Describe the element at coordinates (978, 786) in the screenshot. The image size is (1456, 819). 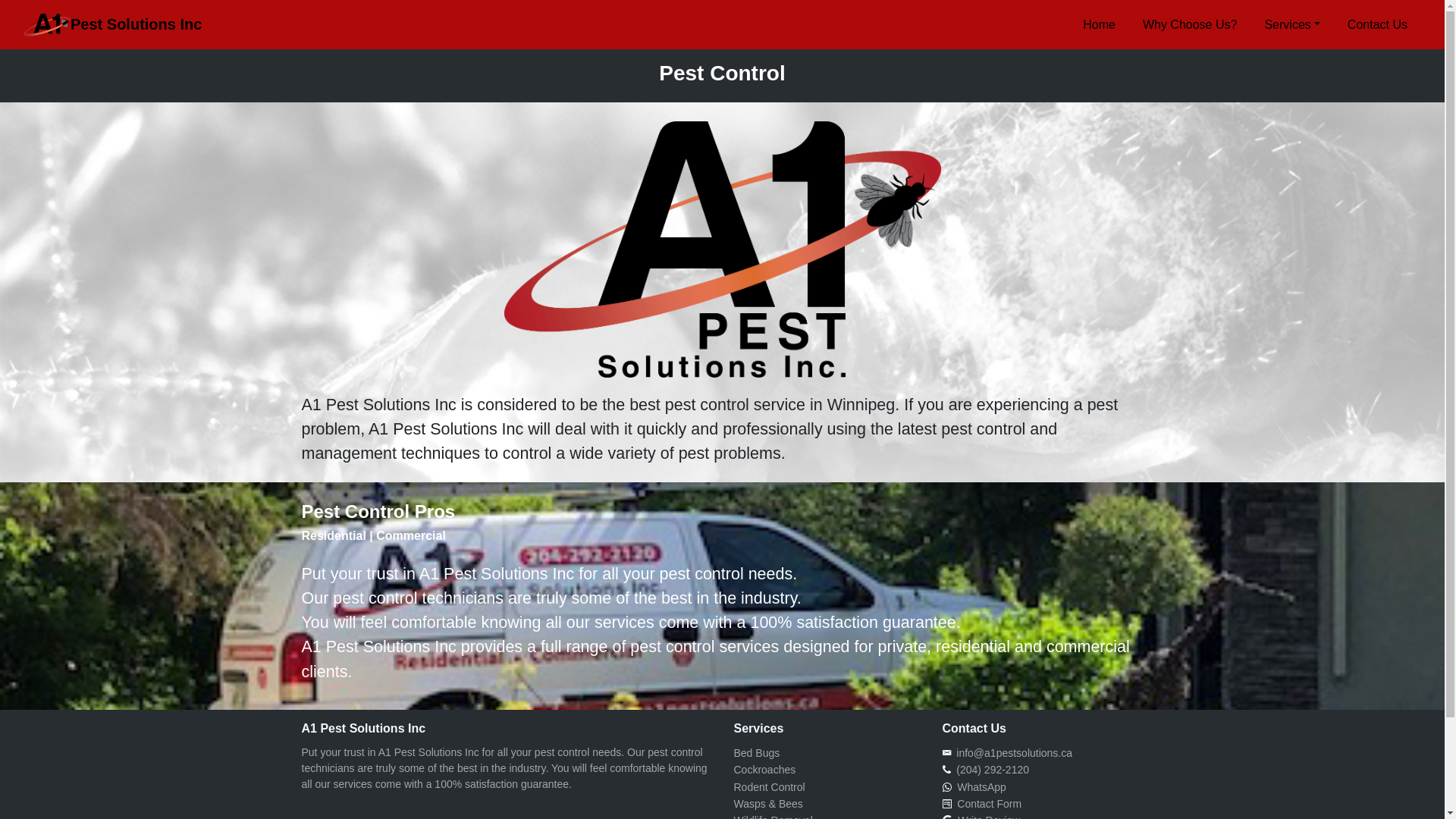
I see `'  WhatsApp'` at that location.